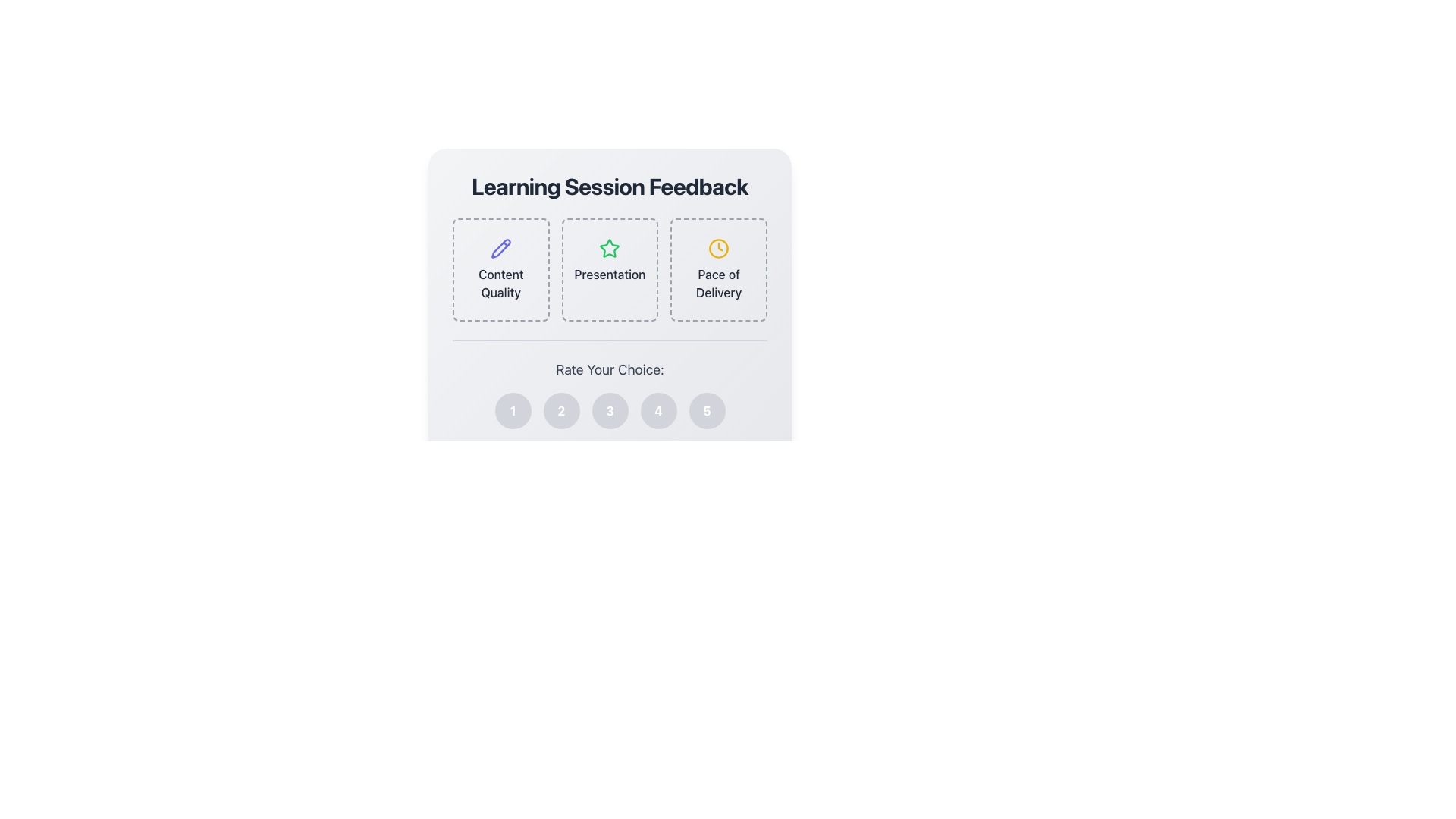  I want to click on the middle interactive card representing 'Presentation' in the learning session feedback section, so click(610, 286).